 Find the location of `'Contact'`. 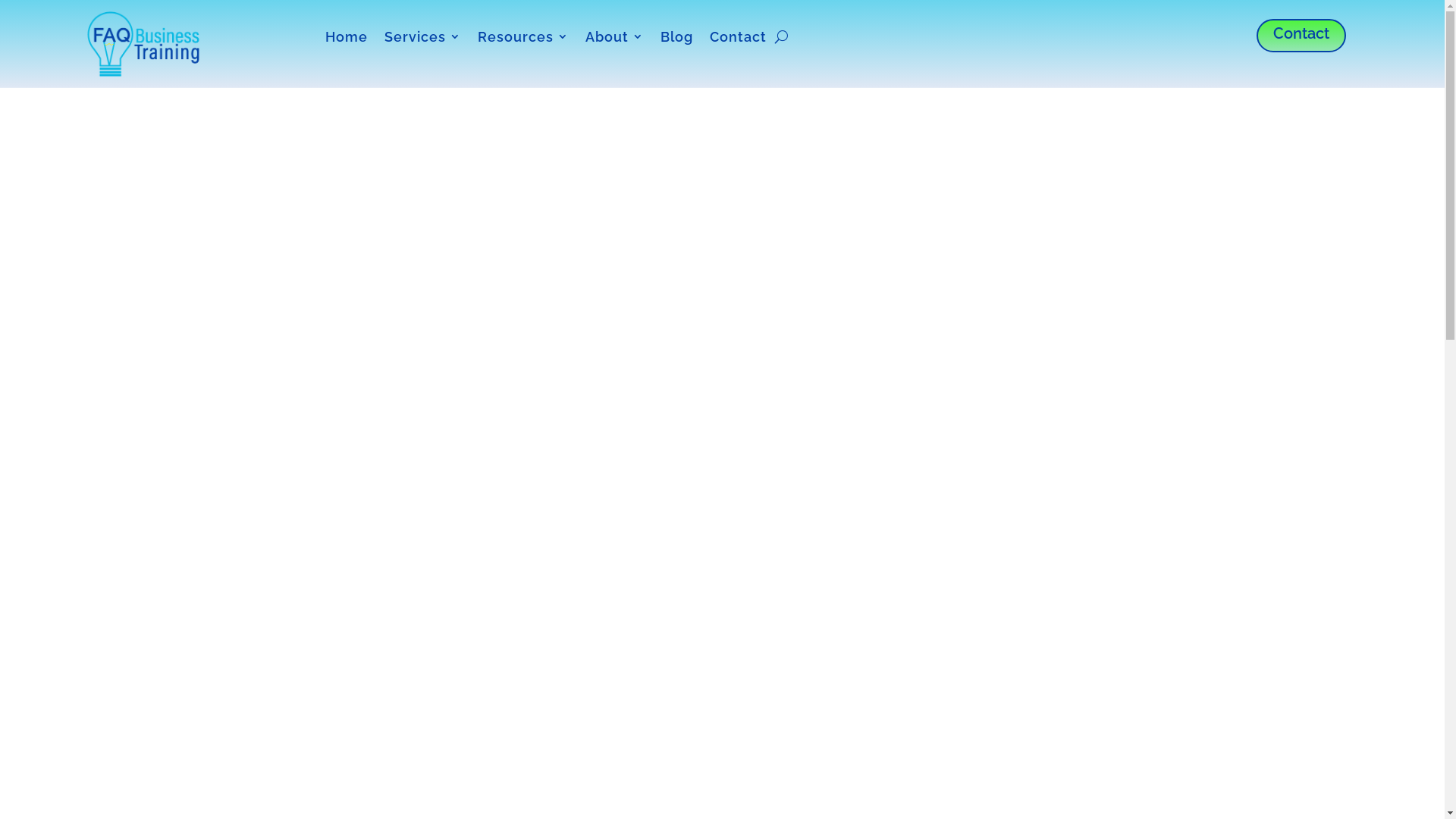

'Contact' is located at coordinates (1301, 34).